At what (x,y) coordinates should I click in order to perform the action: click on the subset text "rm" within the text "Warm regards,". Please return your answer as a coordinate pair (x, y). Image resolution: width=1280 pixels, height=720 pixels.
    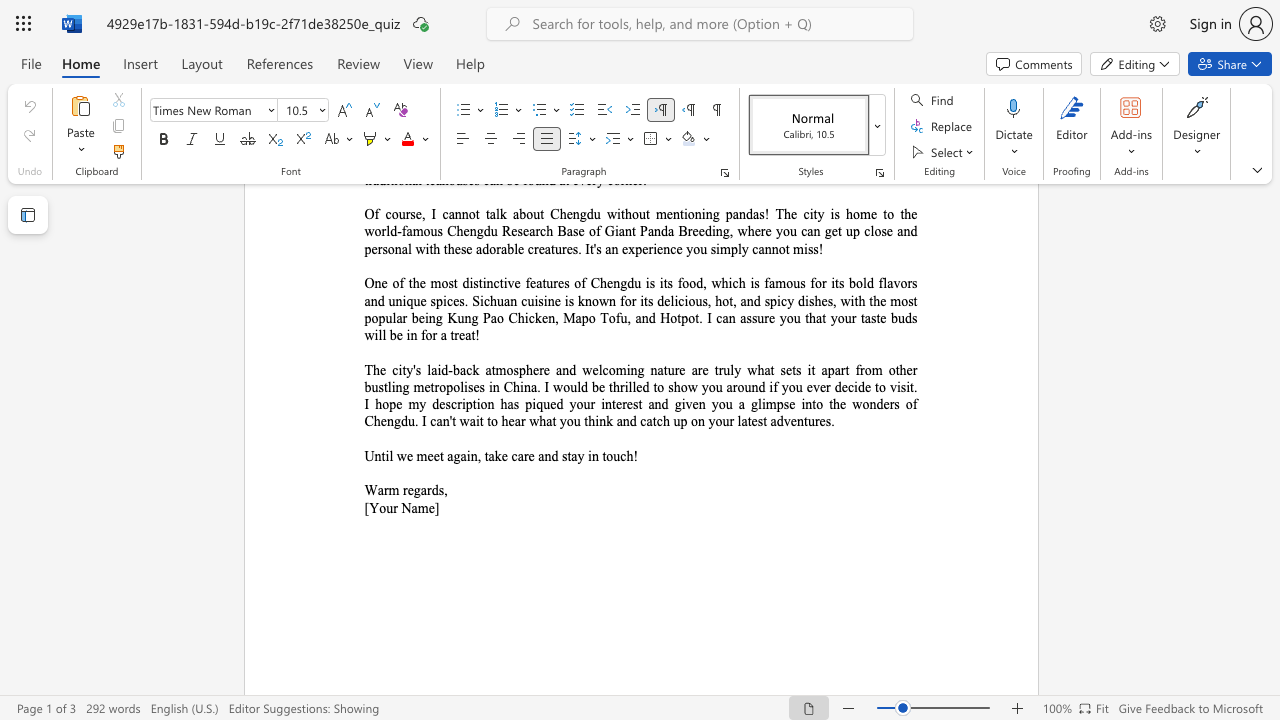
    Looking at the image, I should click on (383, 490).